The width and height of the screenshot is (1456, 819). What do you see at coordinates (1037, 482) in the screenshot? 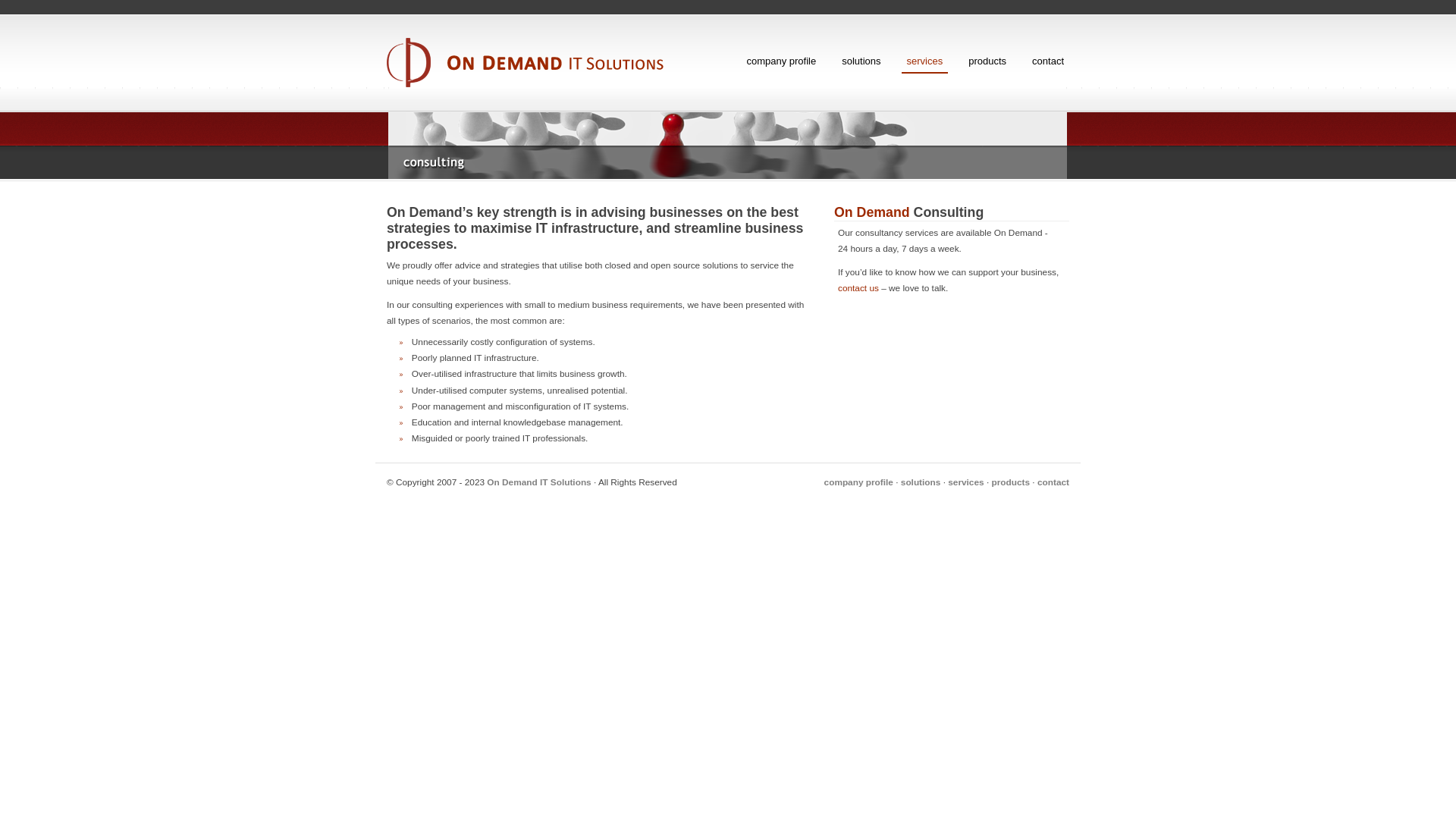
I see `'contact'` at bounding box center [1037, 482].